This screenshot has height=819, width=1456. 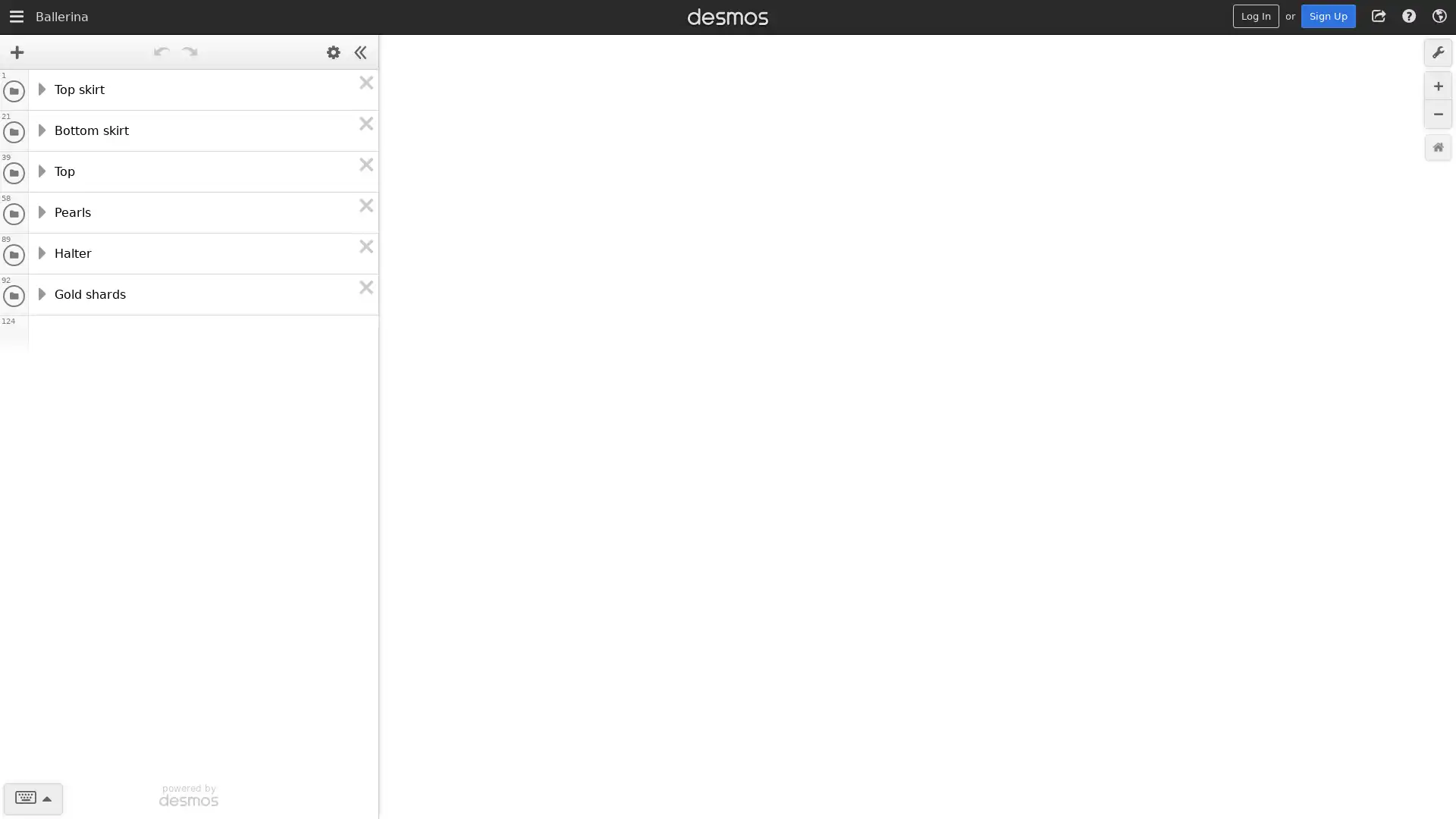 What do you see at coordinates (1437, 86) in the screenshot?
I see `Zoom In` at bounding box center [1437, 86].